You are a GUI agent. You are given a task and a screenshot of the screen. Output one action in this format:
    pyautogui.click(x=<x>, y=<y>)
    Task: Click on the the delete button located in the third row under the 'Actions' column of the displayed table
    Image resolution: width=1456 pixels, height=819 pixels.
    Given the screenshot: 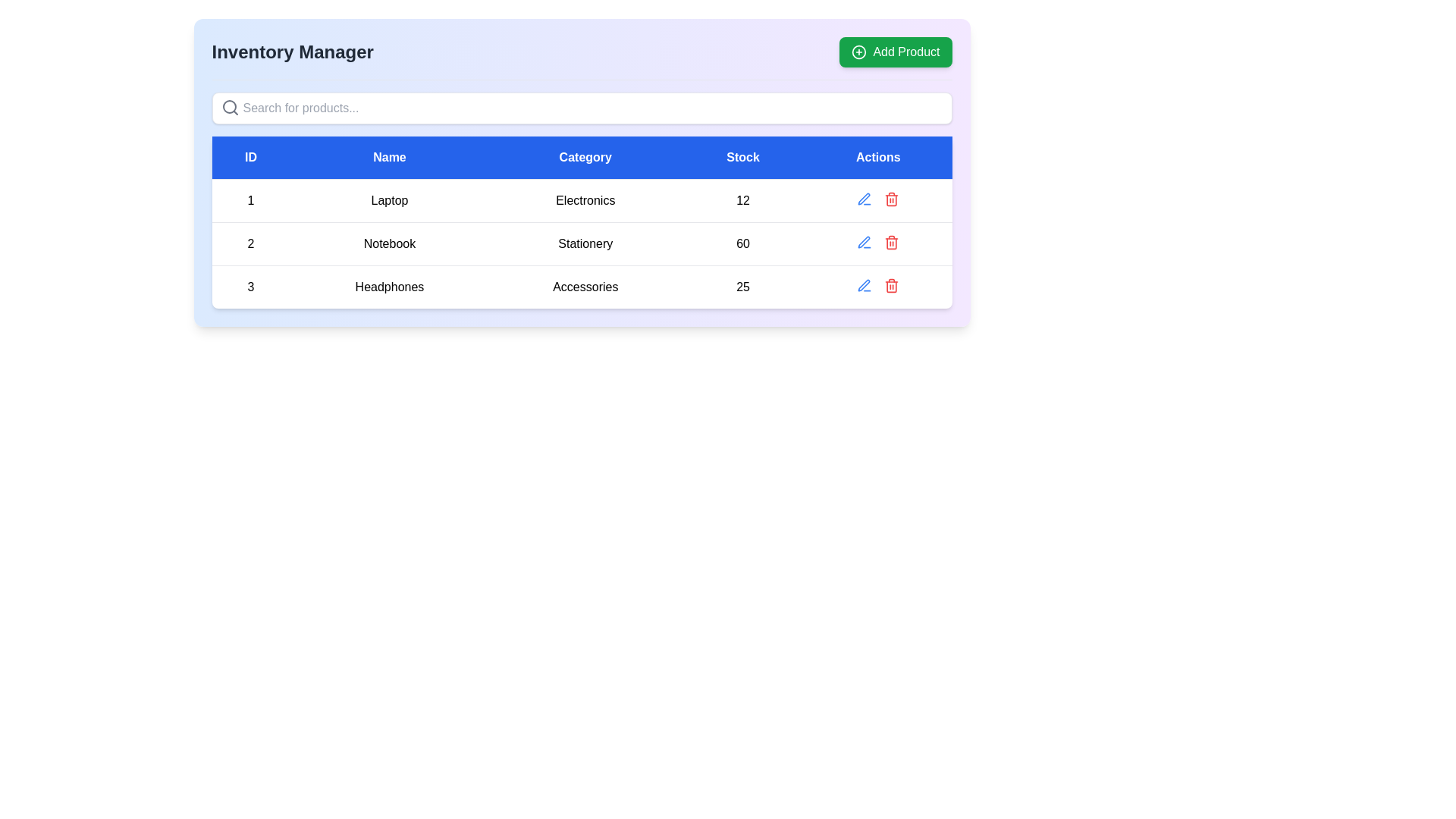 What is the action you would take?
    pyautogui.click(x=892, y=286)
    